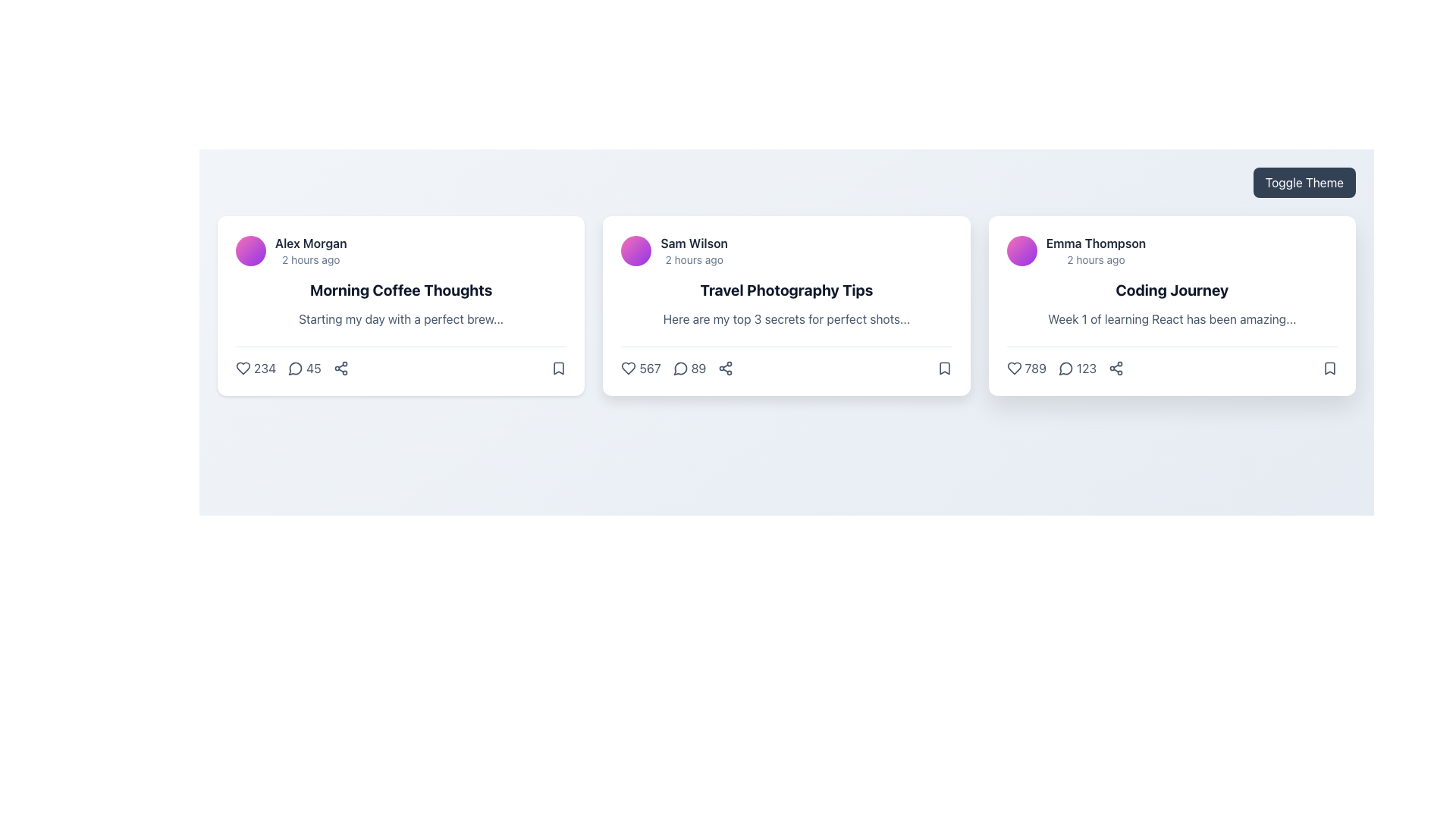 The image size is (1456, 819). Describe the element at coordinates (1329, 369) in the screenshot. I see `the bookmark icon located in the bottom-right corner of the 'Coding Journey' card to bookmark or unbookmark the item` at that location.